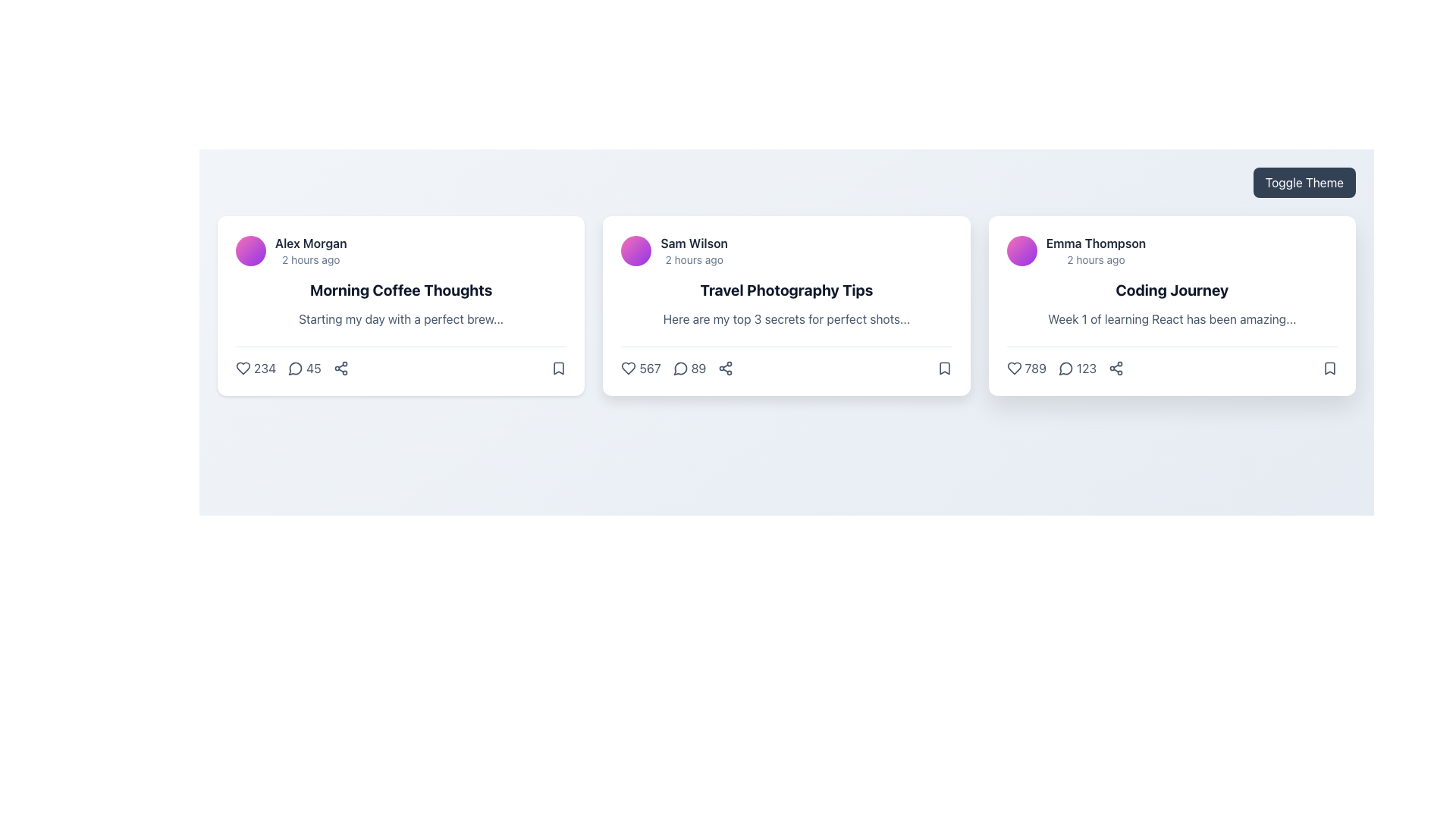 The image size is (1456, 819). Describe the element at coordinates (1329, 369) in the screenshot. I see `the bookmark icon located in the bottom-right corner of the 'Coding Journey' card to bookmark or unbookmark the item` at that location.